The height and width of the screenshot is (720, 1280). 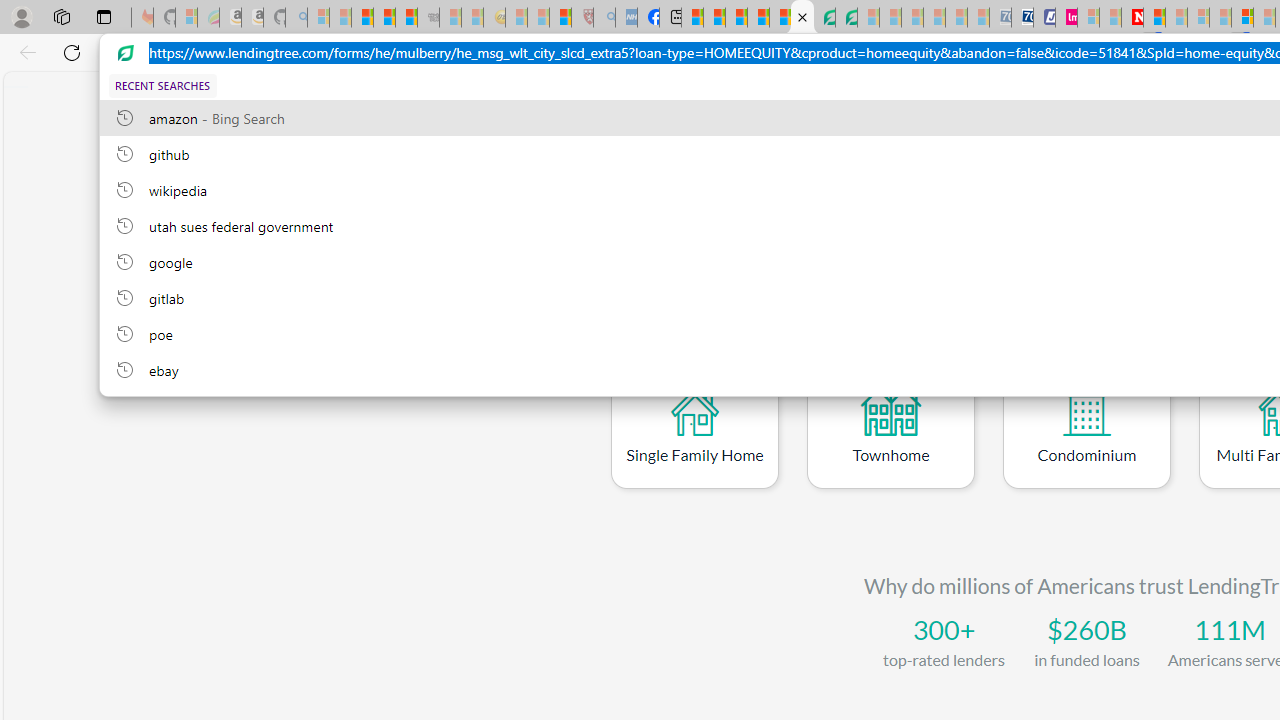 I want to click on 'Jobs - lastminute.com Investor Portal', so click(x=1065, y=17).